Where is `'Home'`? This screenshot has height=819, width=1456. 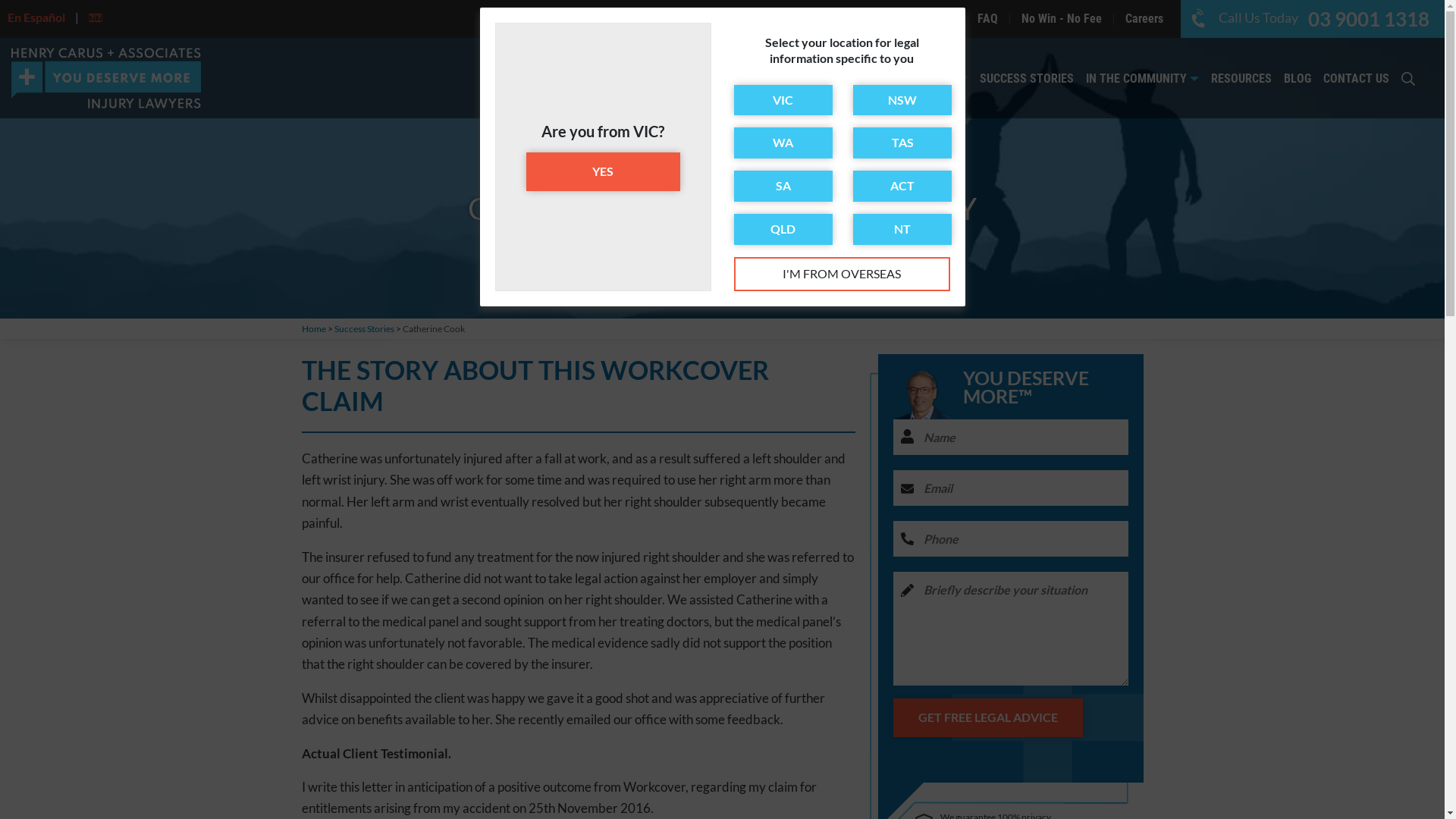 'Home' is located at coordinates (302, 328).